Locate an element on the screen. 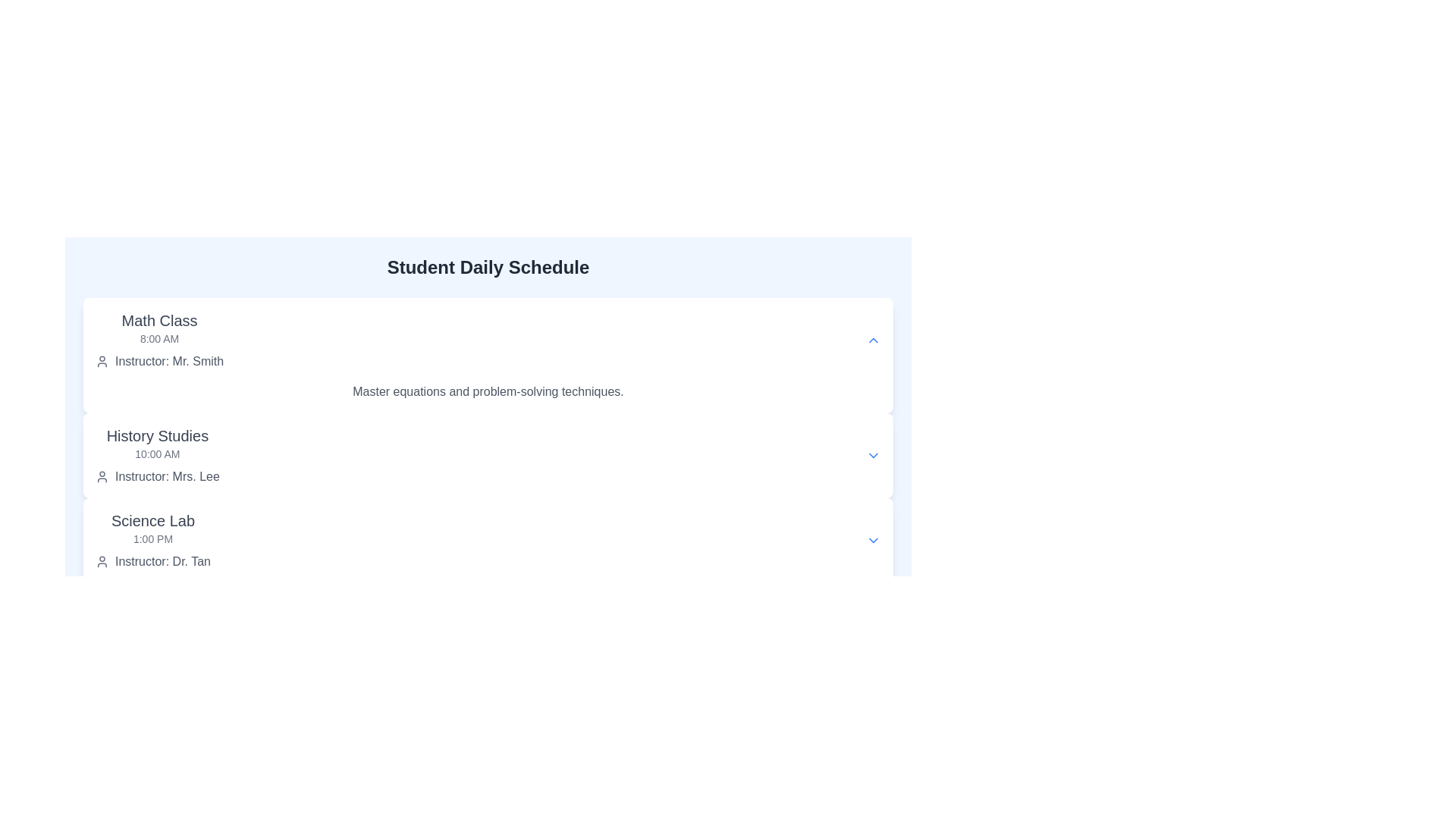 The height and width of the screenshot is (819, 1456). the 'Science Lab' text display component in the Student Daily Schedule is located at coordinates (152, 540).